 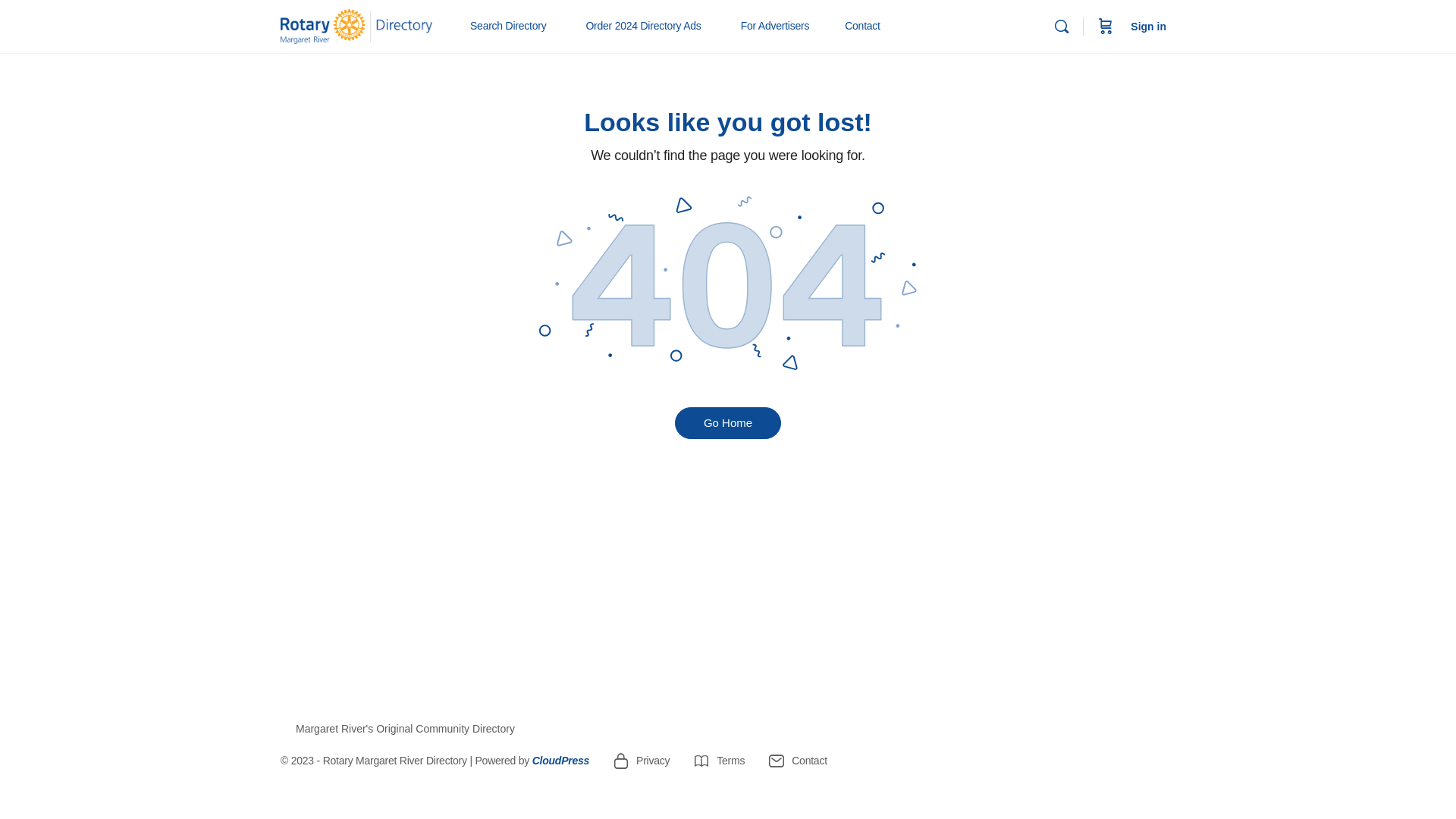 What do you see at coordinates (560, 760) in the screenshot?
I see `'CloudPress'` at bounding box center [560, 760].